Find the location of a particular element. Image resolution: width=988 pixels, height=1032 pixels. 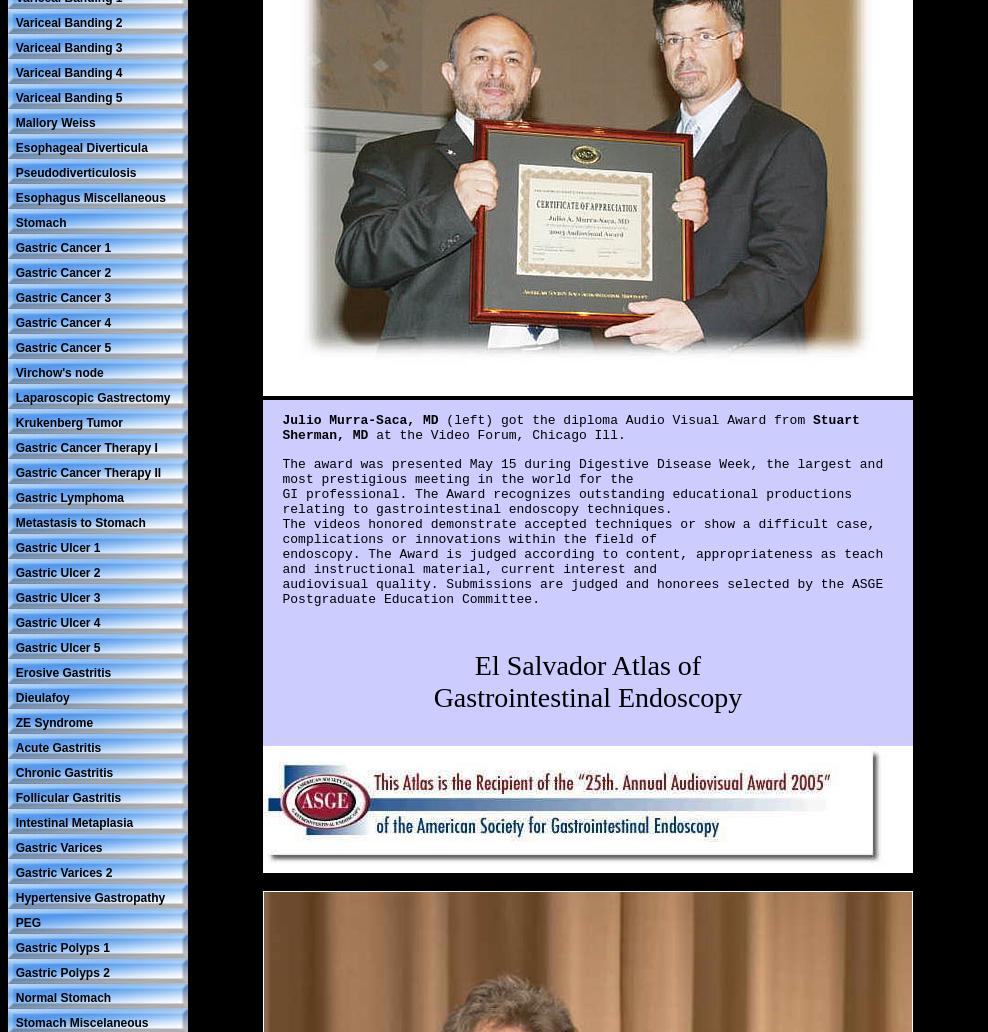

'GI professional. The Award recognizes outstanding educational productions relating to gastrointestinal endoscopy techniques.' is located at coordinates (567, 500).